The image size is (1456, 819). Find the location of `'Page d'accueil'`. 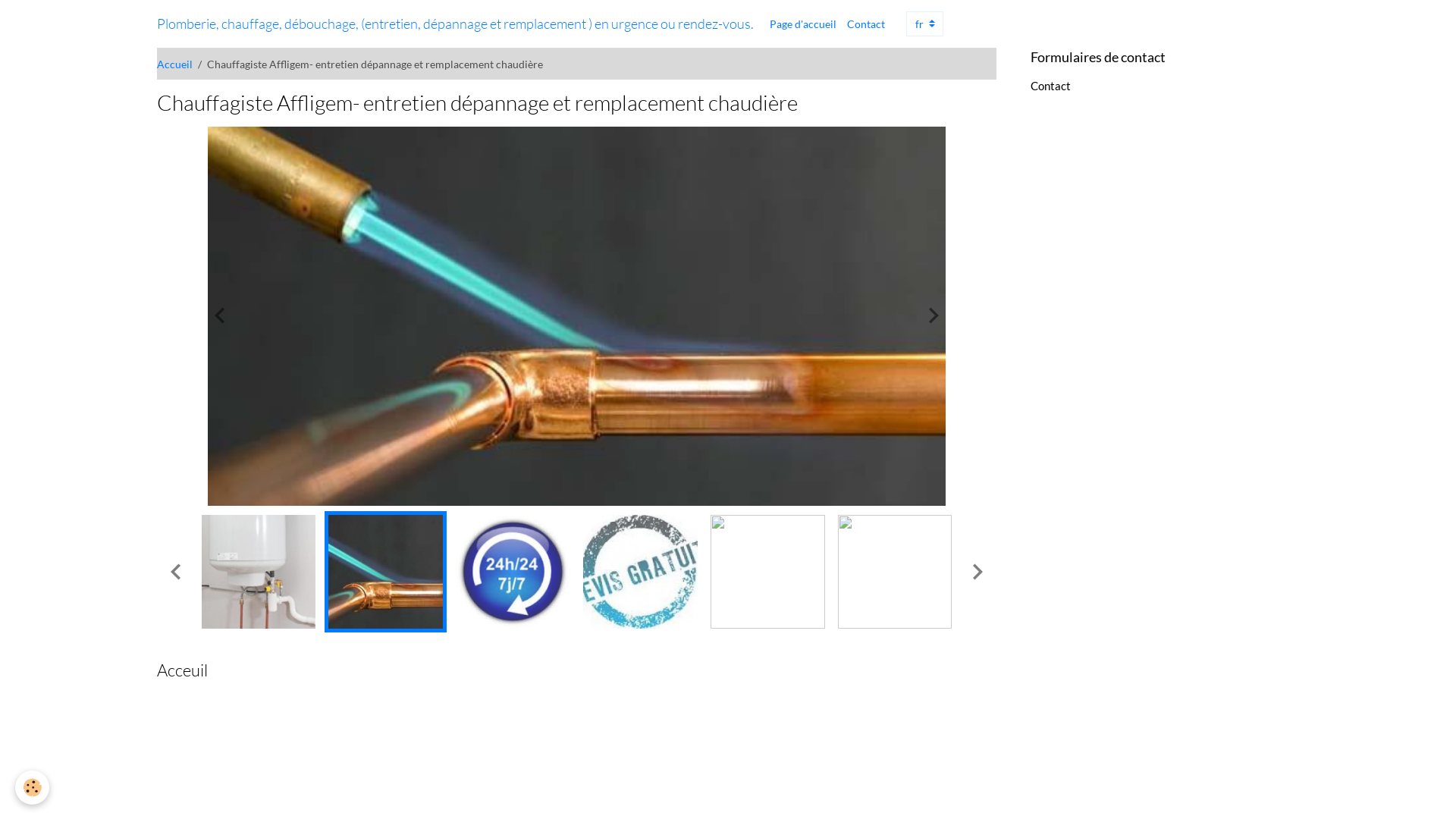

'Page d'accueil' is located at coordinates (764, 24).